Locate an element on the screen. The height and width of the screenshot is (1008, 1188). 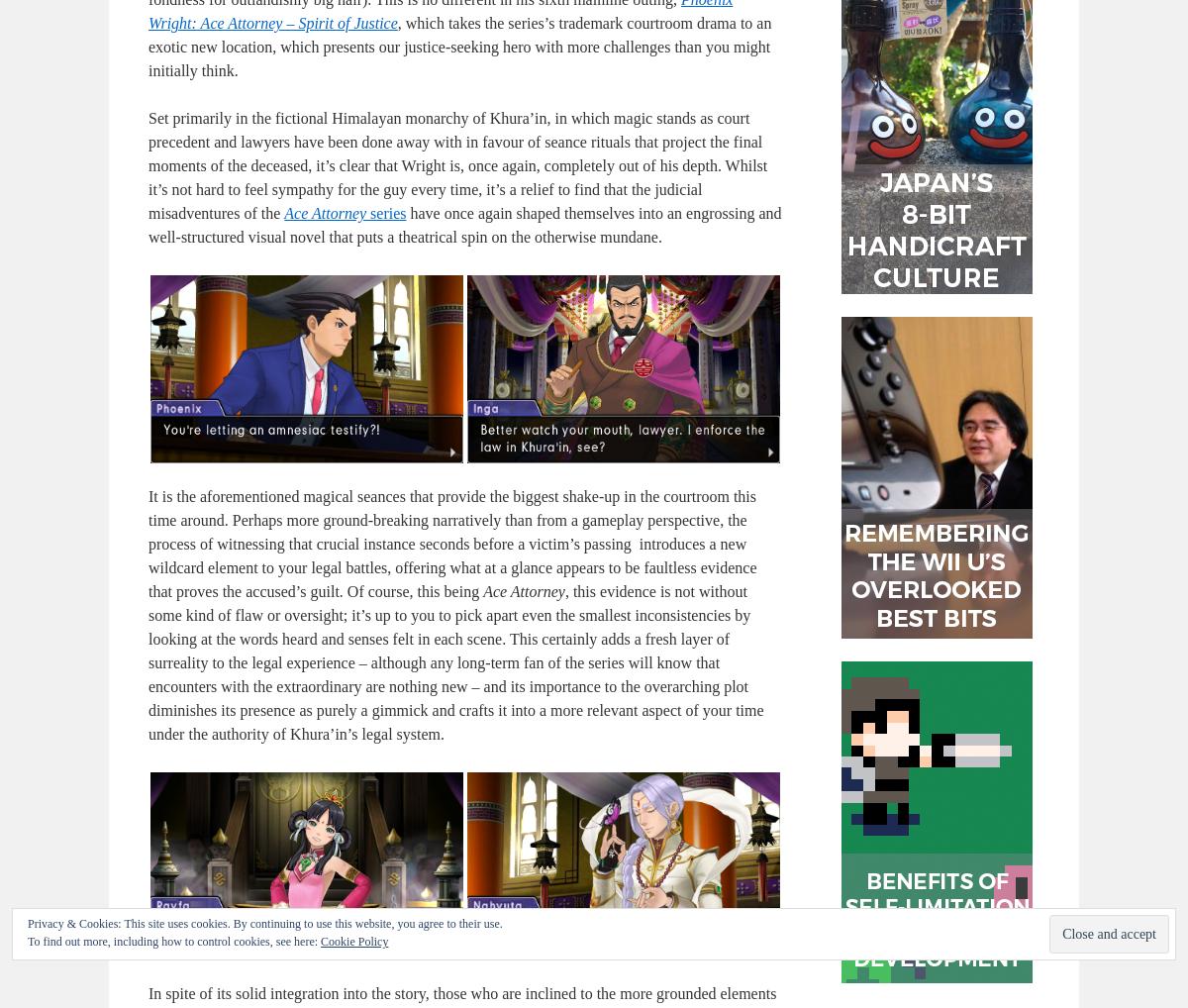
'Privacy & Cookies: This site uses cookies. By continuing to use this website, you agree to their use.' is located at coordinates (263, 922).